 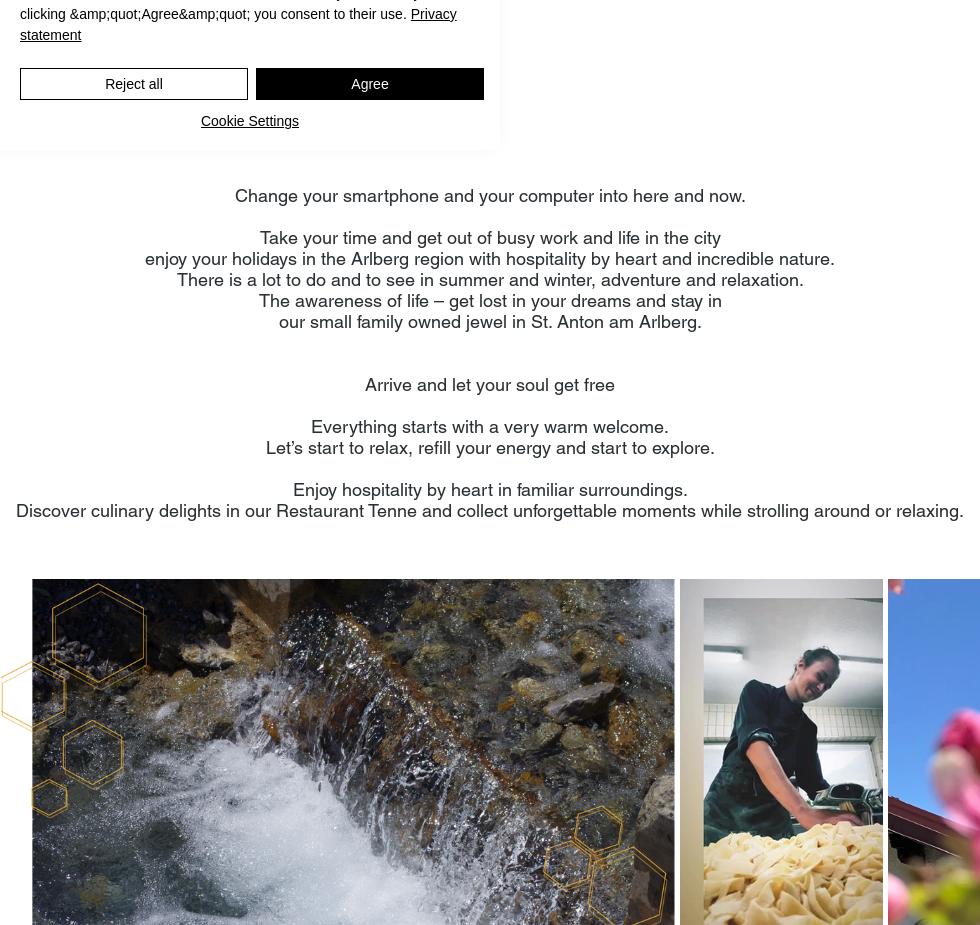 I want to click on 'Everything starts with a very warm welcome.', so click(x=490, y=425).